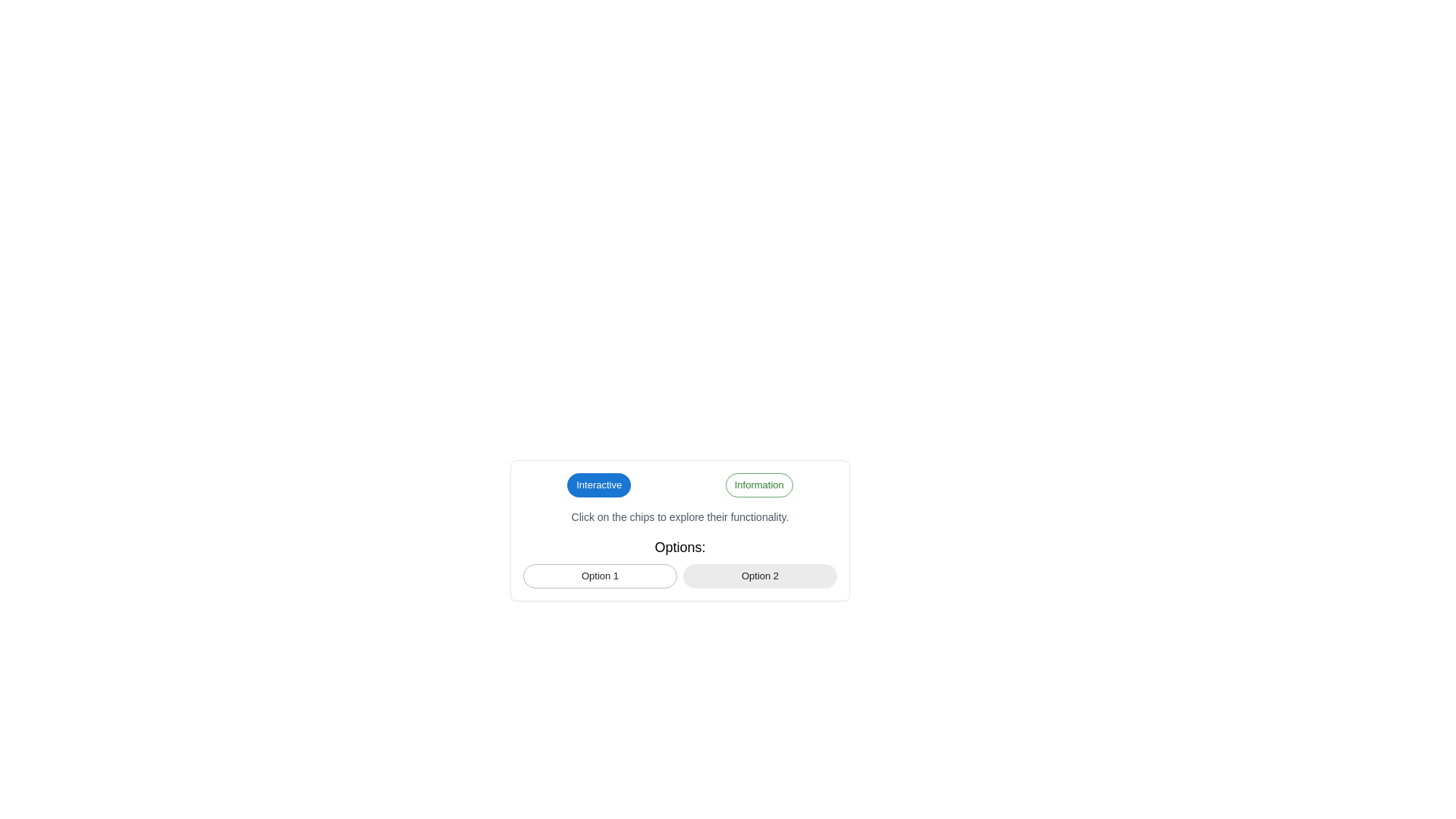 The image size is (1456, 819). What do you see at coordinates (760, 576) in the screenshot?
I see `the 'Option 2' button-like chip component to trigger the tooltip or focus effect` at bounding box center [760, 576].